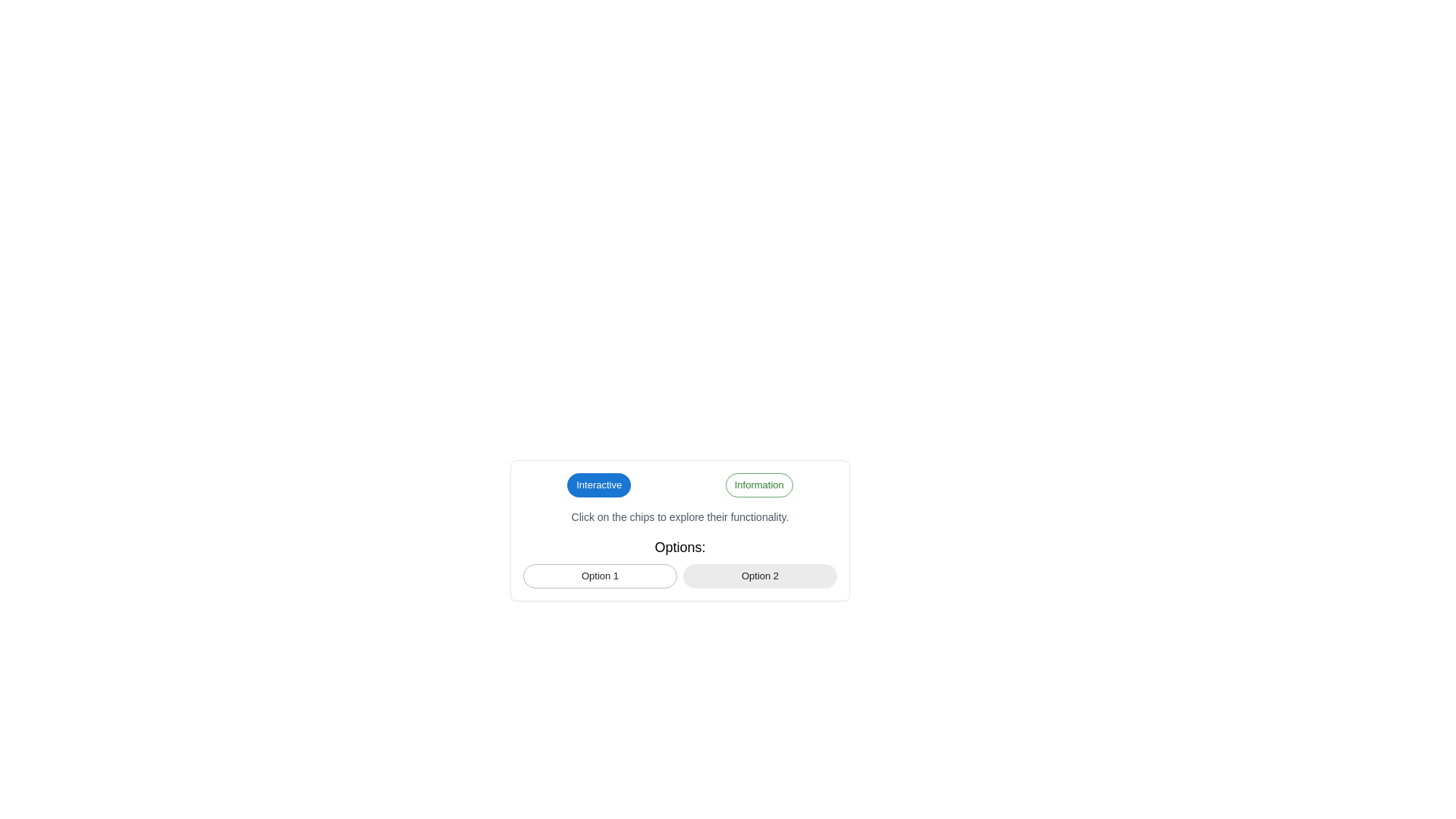 The image size is (1456, 819). What do you see at coordinates (760, 576) in the screenshot?
I see `the 'Option 2' button-like chip component to trigger the tooltip or focus effect` at bounding box center [760, 576].